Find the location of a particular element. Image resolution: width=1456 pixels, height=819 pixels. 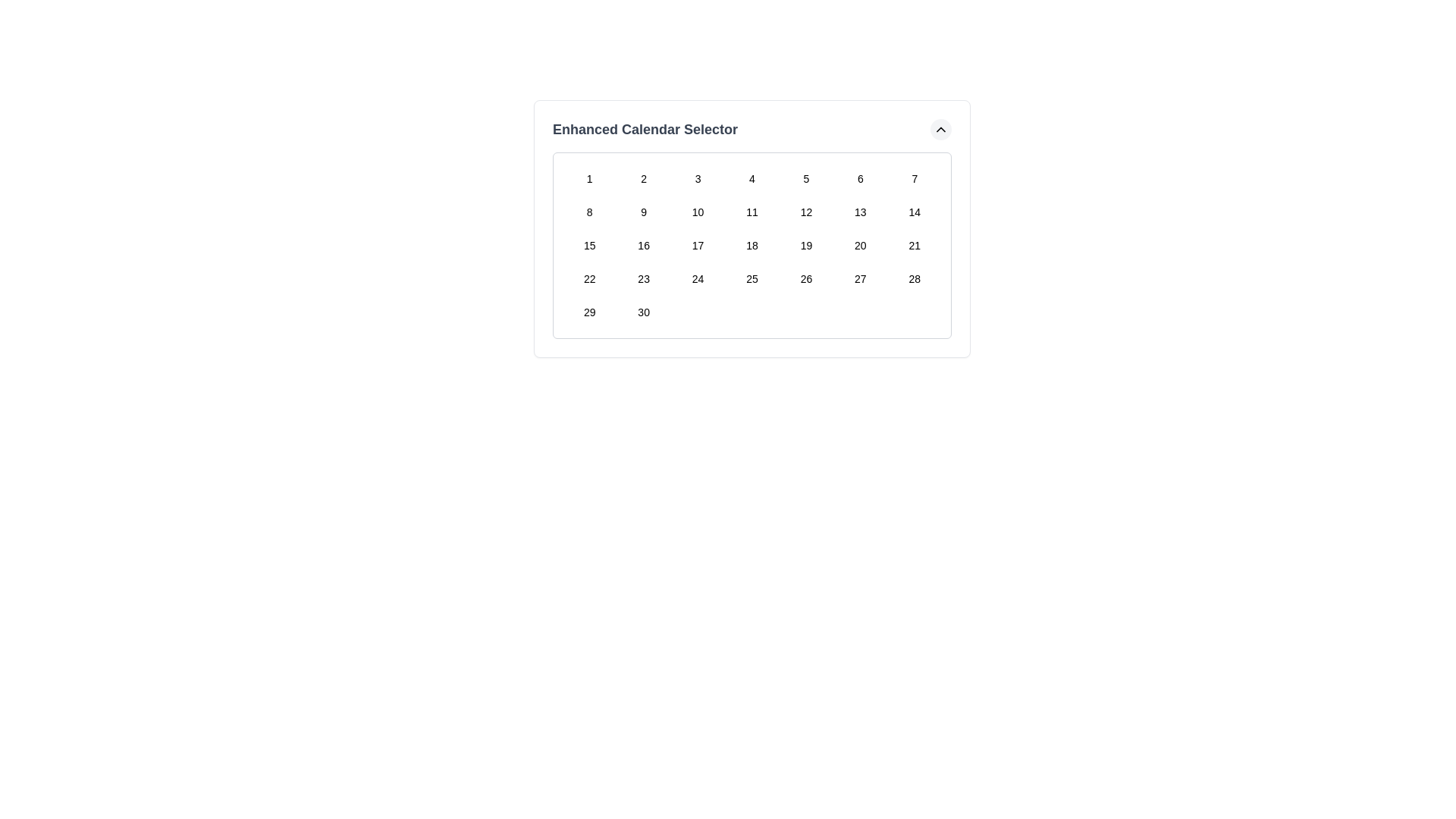

the selectable date button representing the date '22' in the Enhanced Calendar Selector is located at coordinates (588, 278).